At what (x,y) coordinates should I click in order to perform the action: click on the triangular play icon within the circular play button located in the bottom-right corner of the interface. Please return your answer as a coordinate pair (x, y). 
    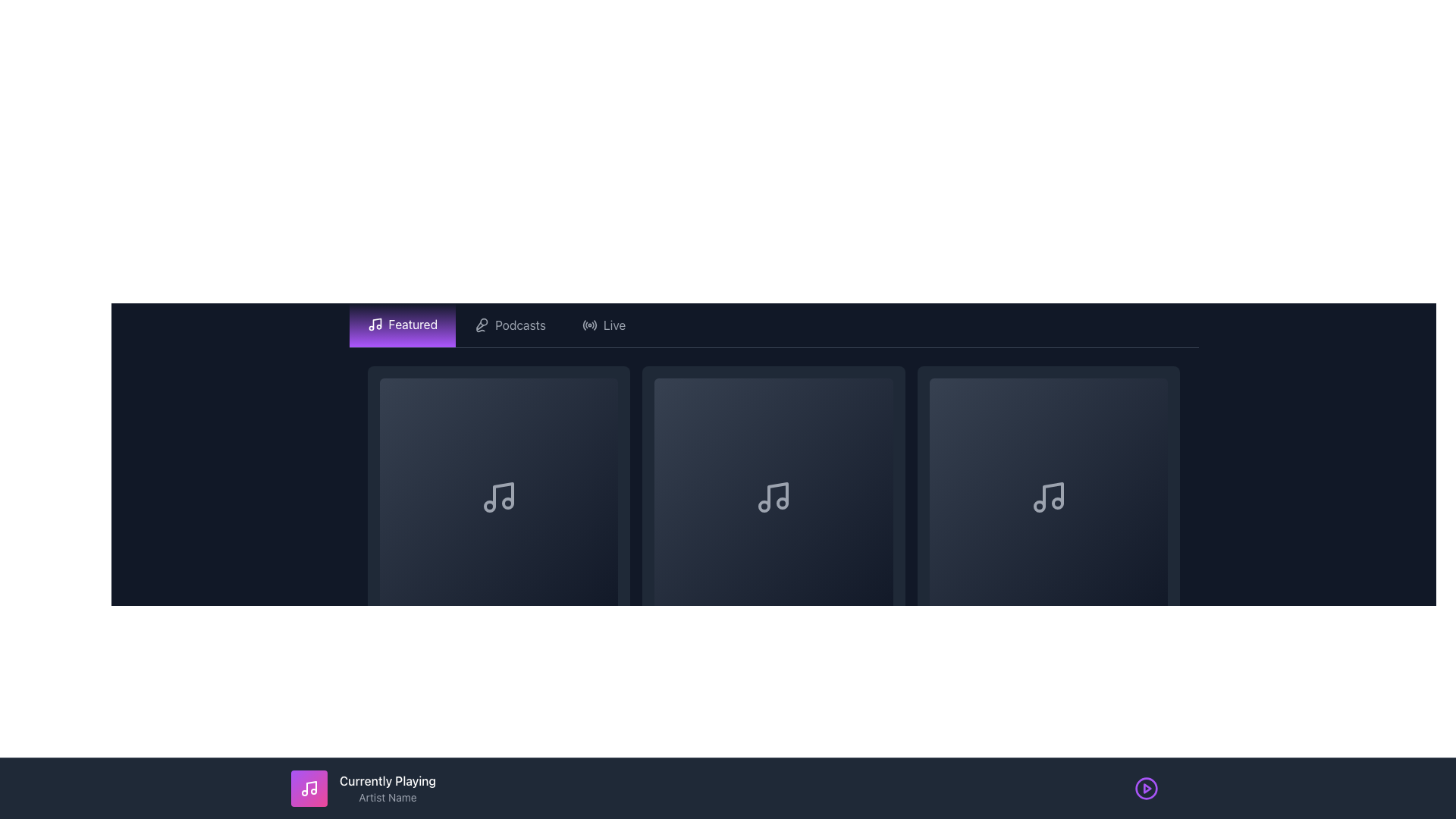
    Looking at the image, I should click on (1147, 788).